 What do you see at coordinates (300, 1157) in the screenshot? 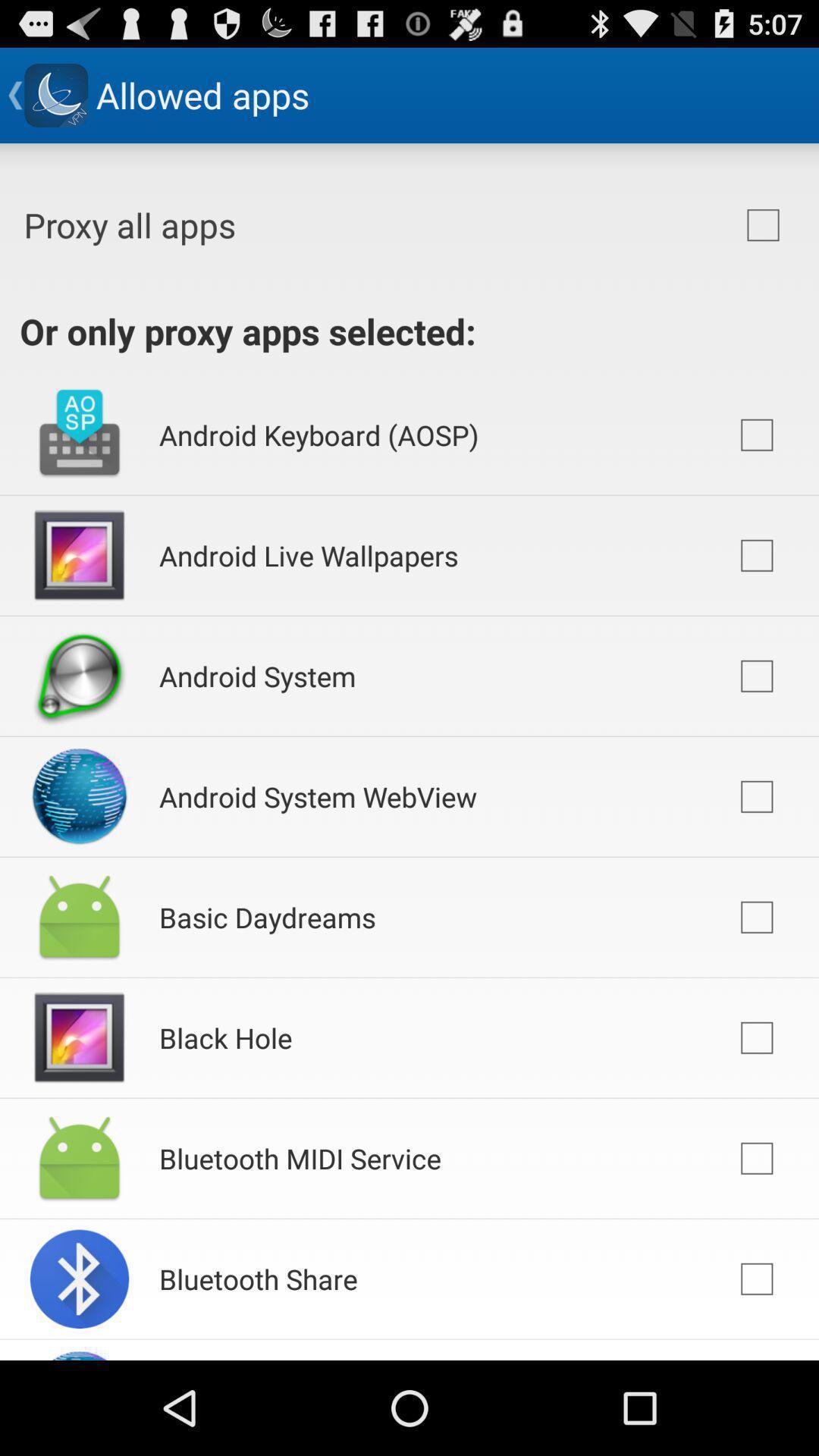
I see `the item below black hole app` at bounding box center [300, 1157].